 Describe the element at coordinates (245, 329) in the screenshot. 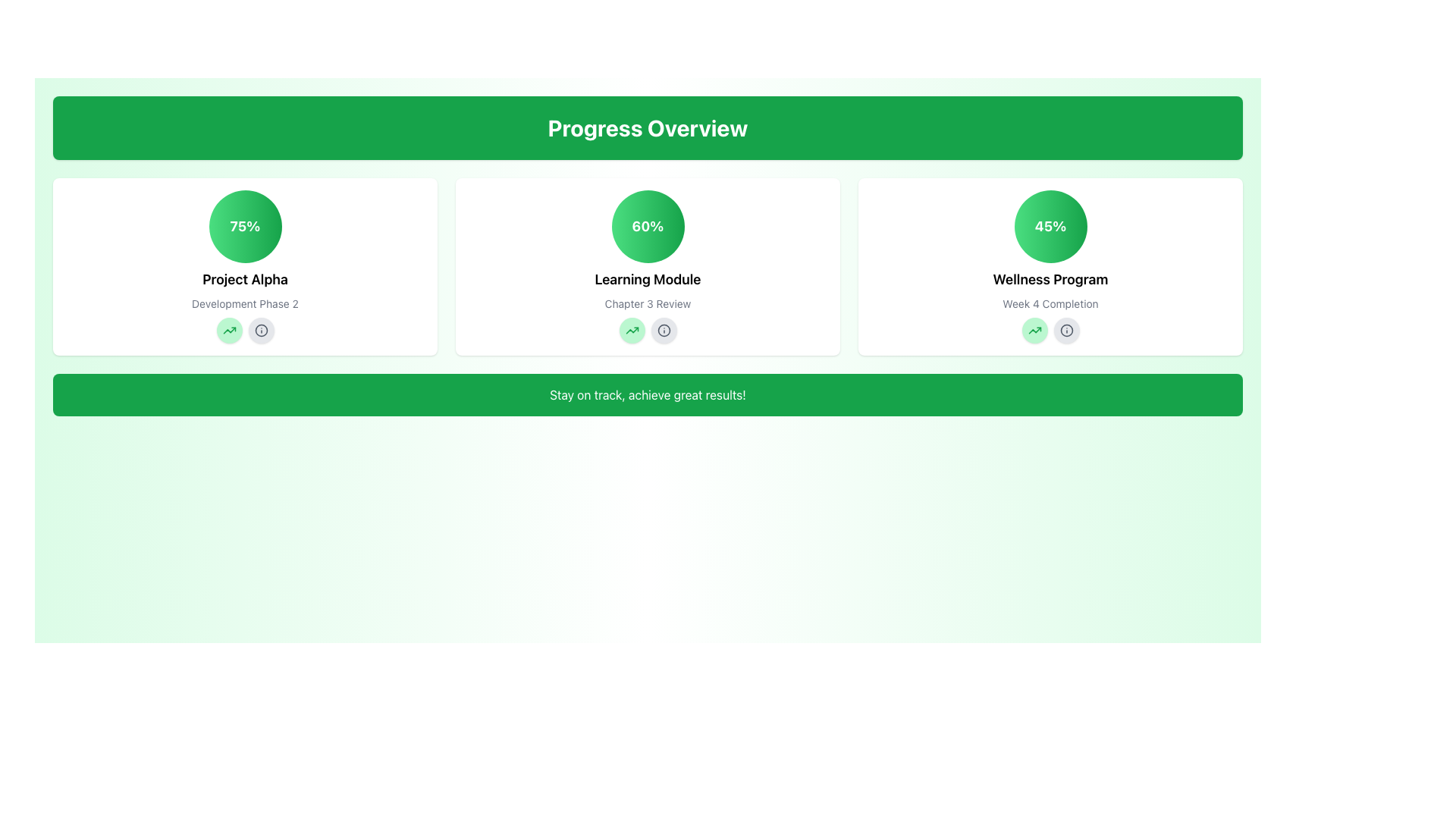

I see `the grey info button located` at that location.